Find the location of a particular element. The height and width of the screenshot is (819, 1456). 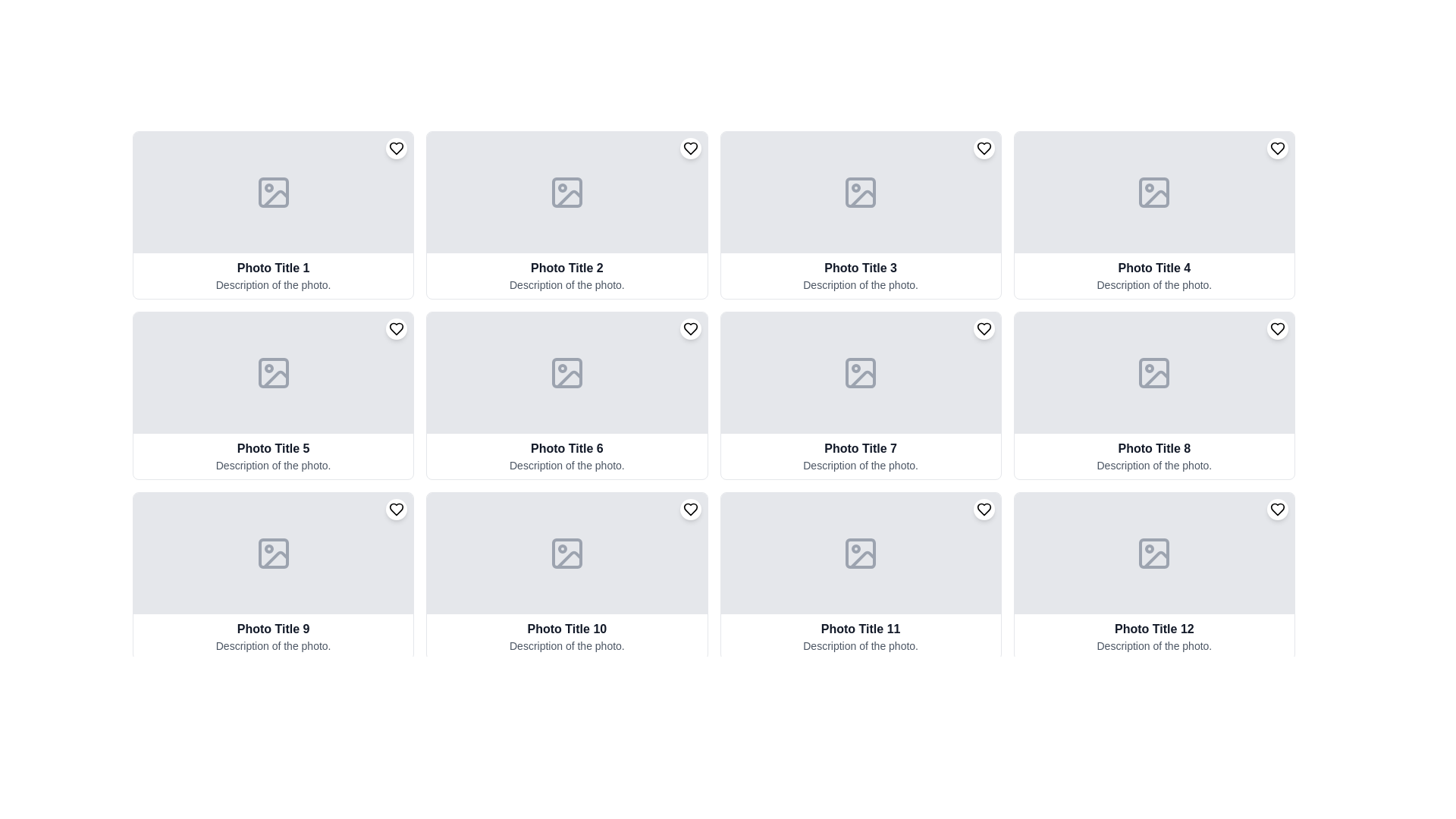

the visual placeholder icon for an image located in the fifth image slot of a 4x3 grid layout, labeled 'Photo Title 5' is located at coordinates (273, 373).